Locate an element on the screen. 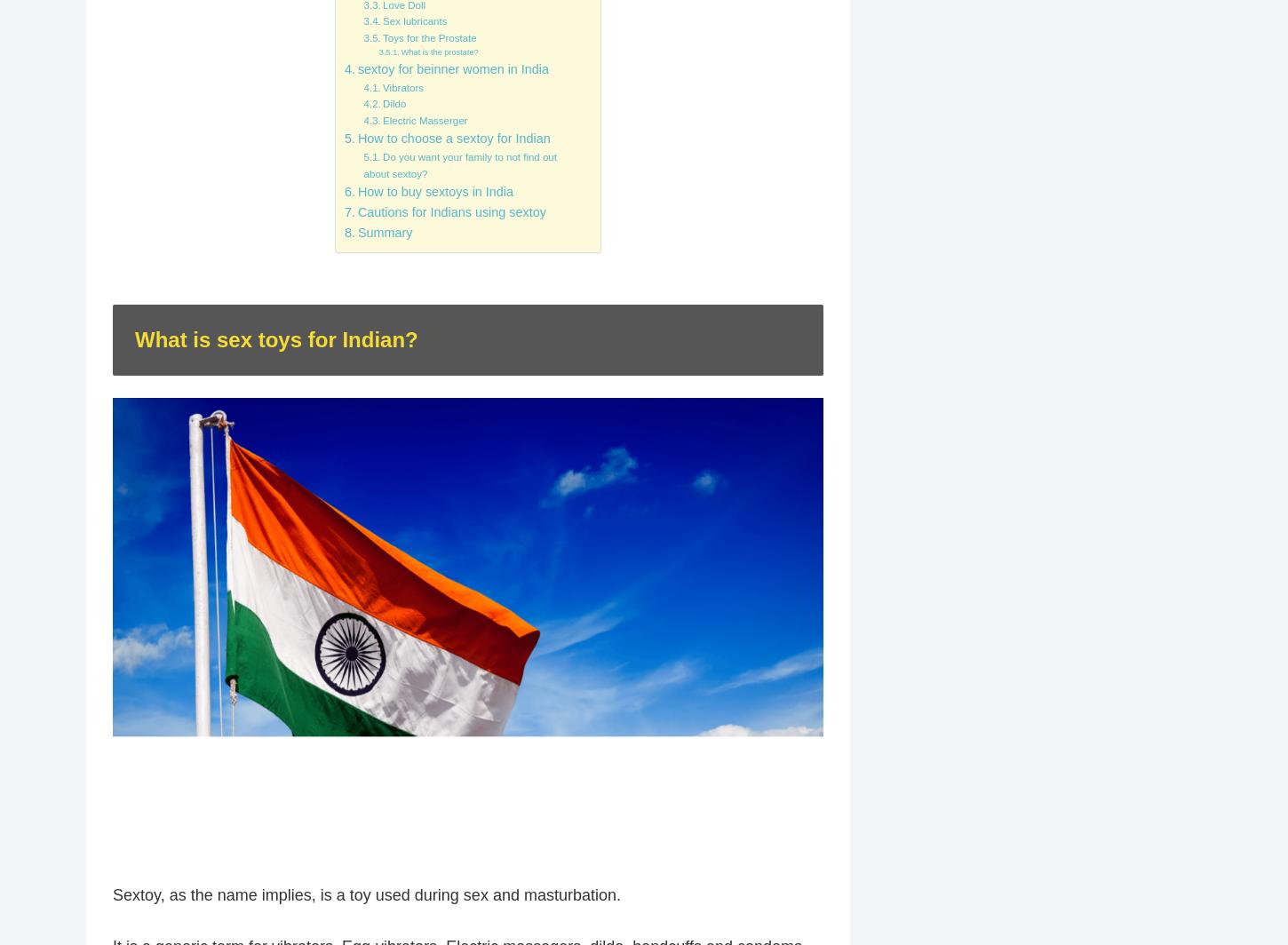 This screenshot has width=1288, height=945. 'Summary' is located at coordinates (383, 232).